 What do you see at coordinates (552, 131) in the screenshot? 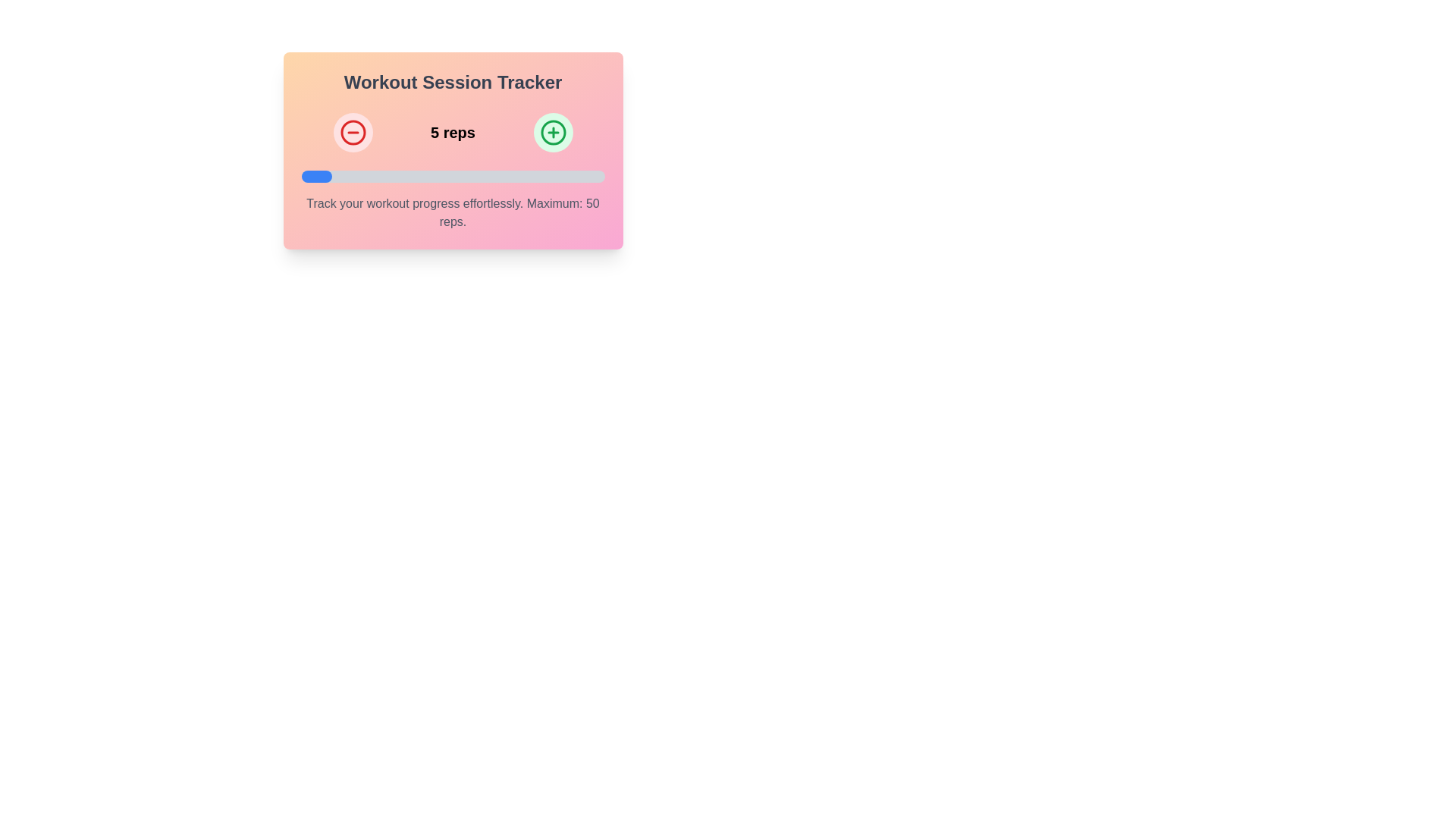
I see `the circular green button with a plus sign` at bounding box center [552, 131].